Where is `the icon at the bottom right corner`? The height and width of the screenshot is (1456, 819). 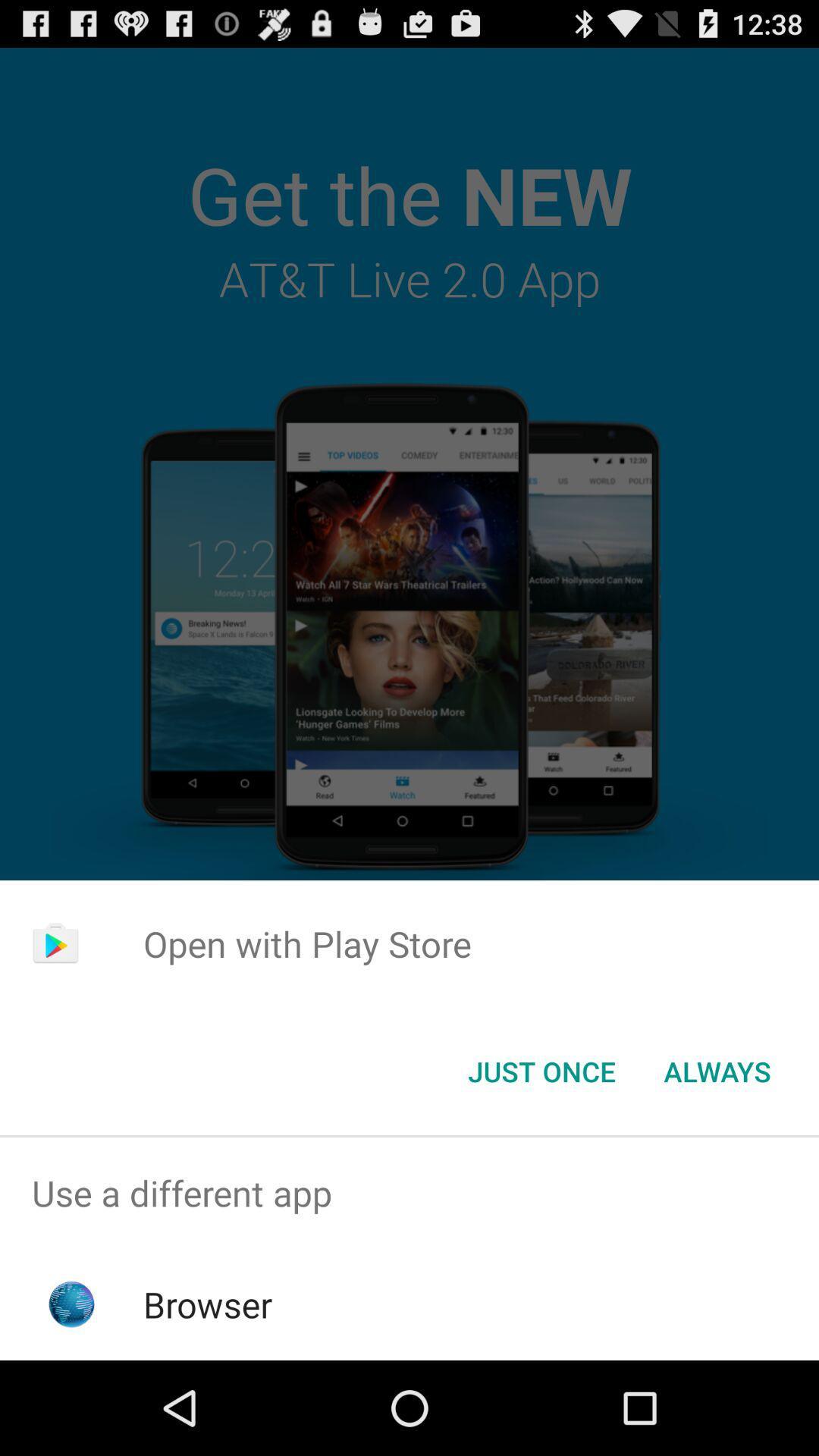
the icon at the bottom right corner is located at coordinates (717, 1070).